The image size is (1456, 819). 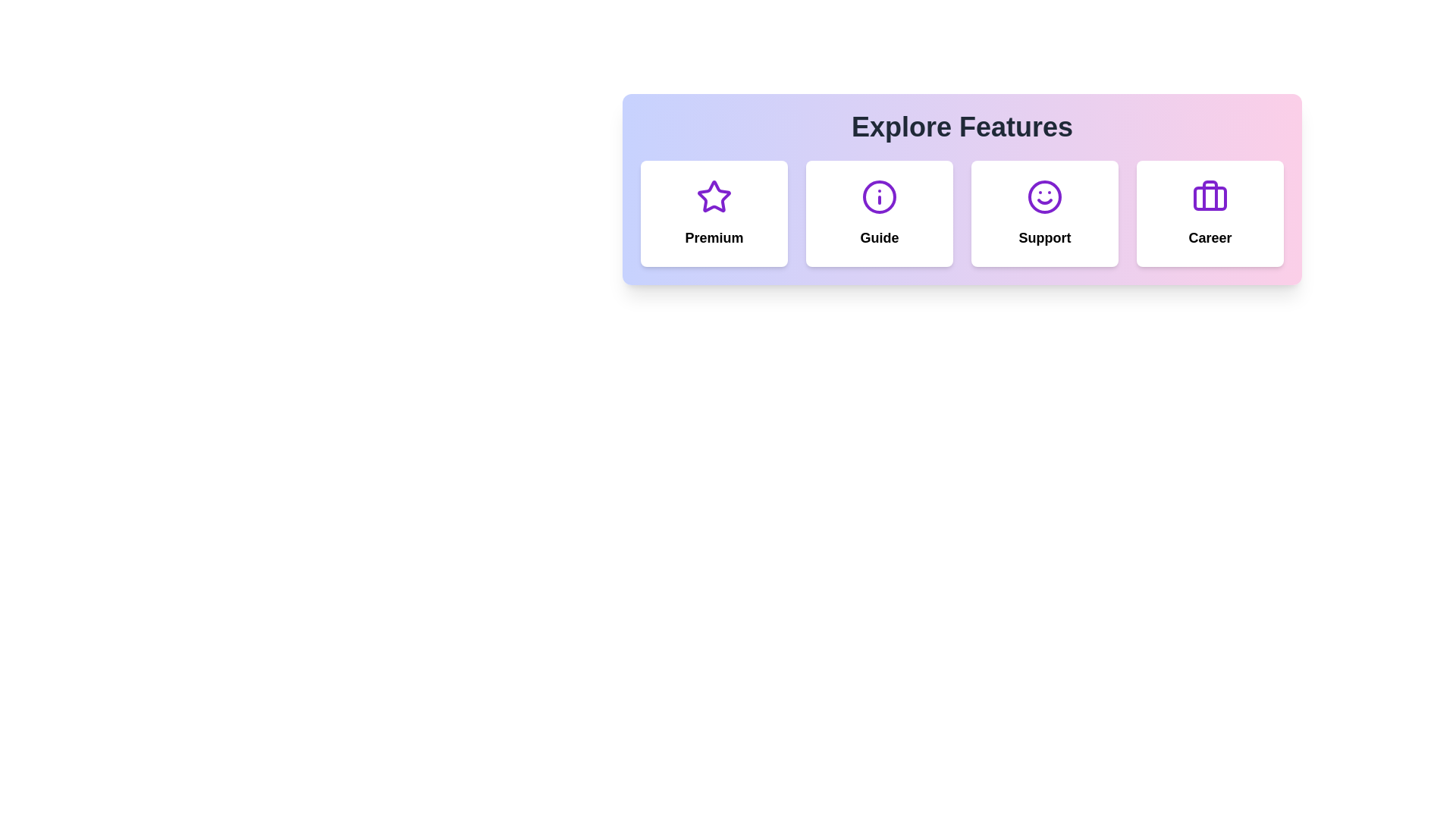 I want to click on the static text or heading that serves as a title for the section above the grid of interactive cards labeled 'Premium', 'Guide', 'Support', and 'Career', so click(x=961, y=127).